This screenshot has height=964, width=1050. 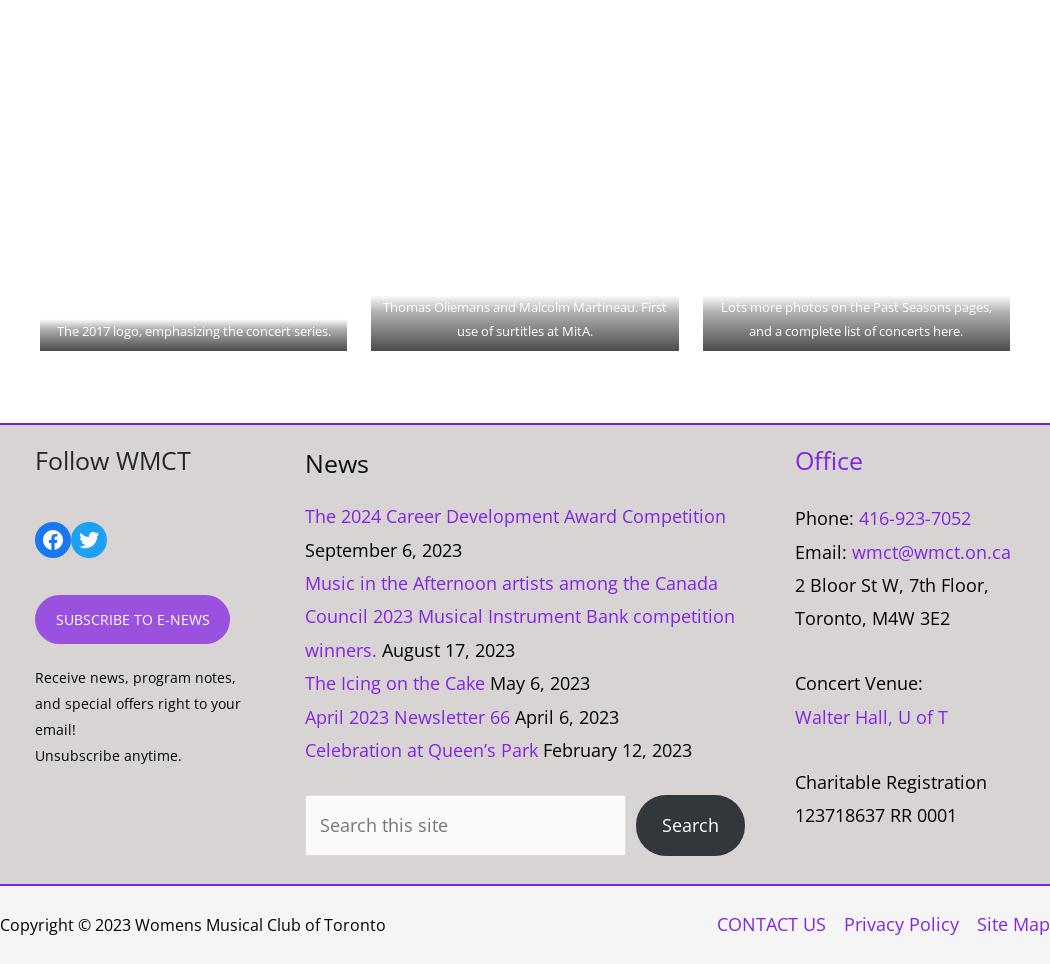 I want to click on 'May 6, 2023', so click(x=489, y=681).